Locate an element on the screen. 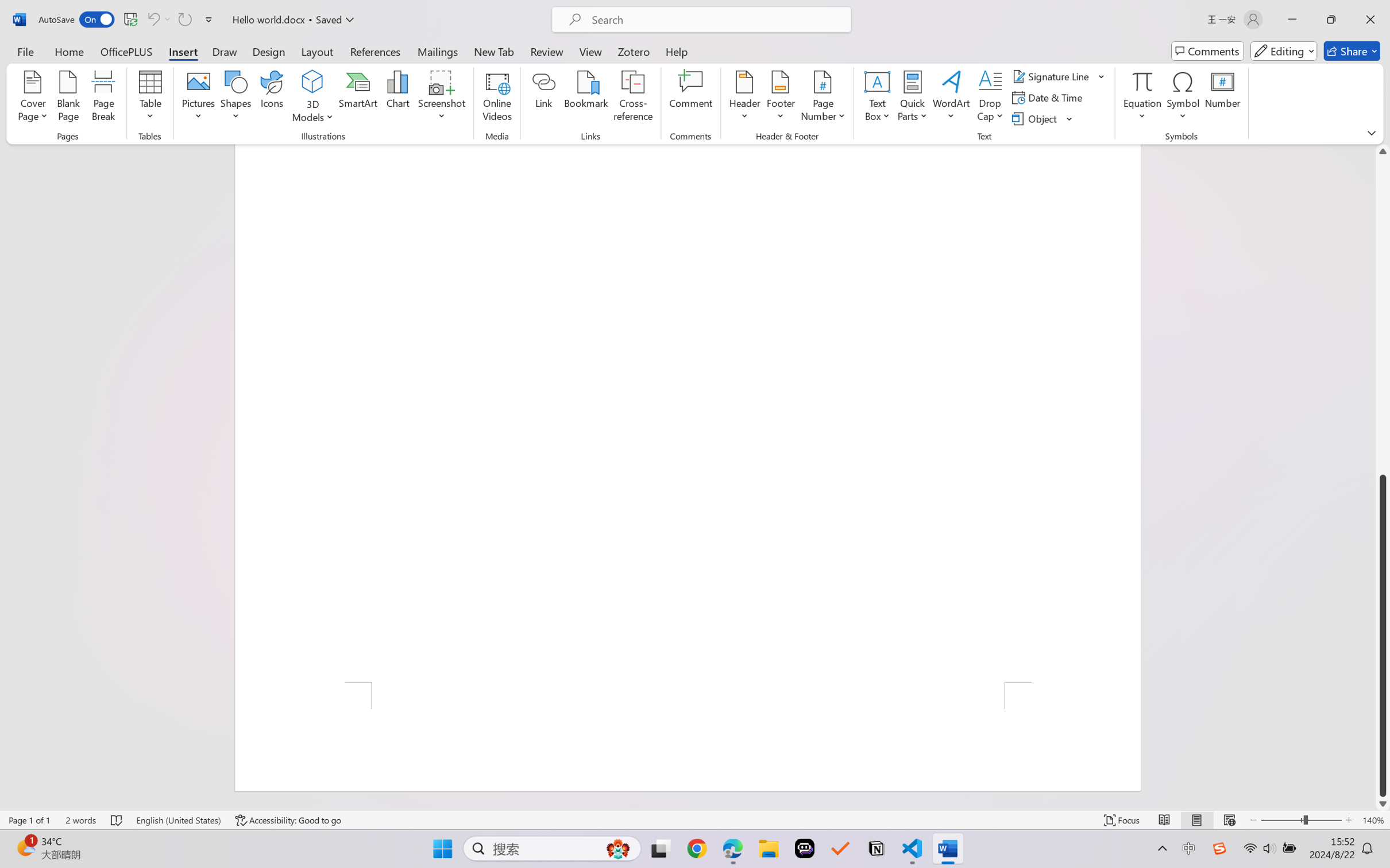 The height and width of the screenshot is (868, 1390). 'File Tab' is located at coordinates (25, 51).